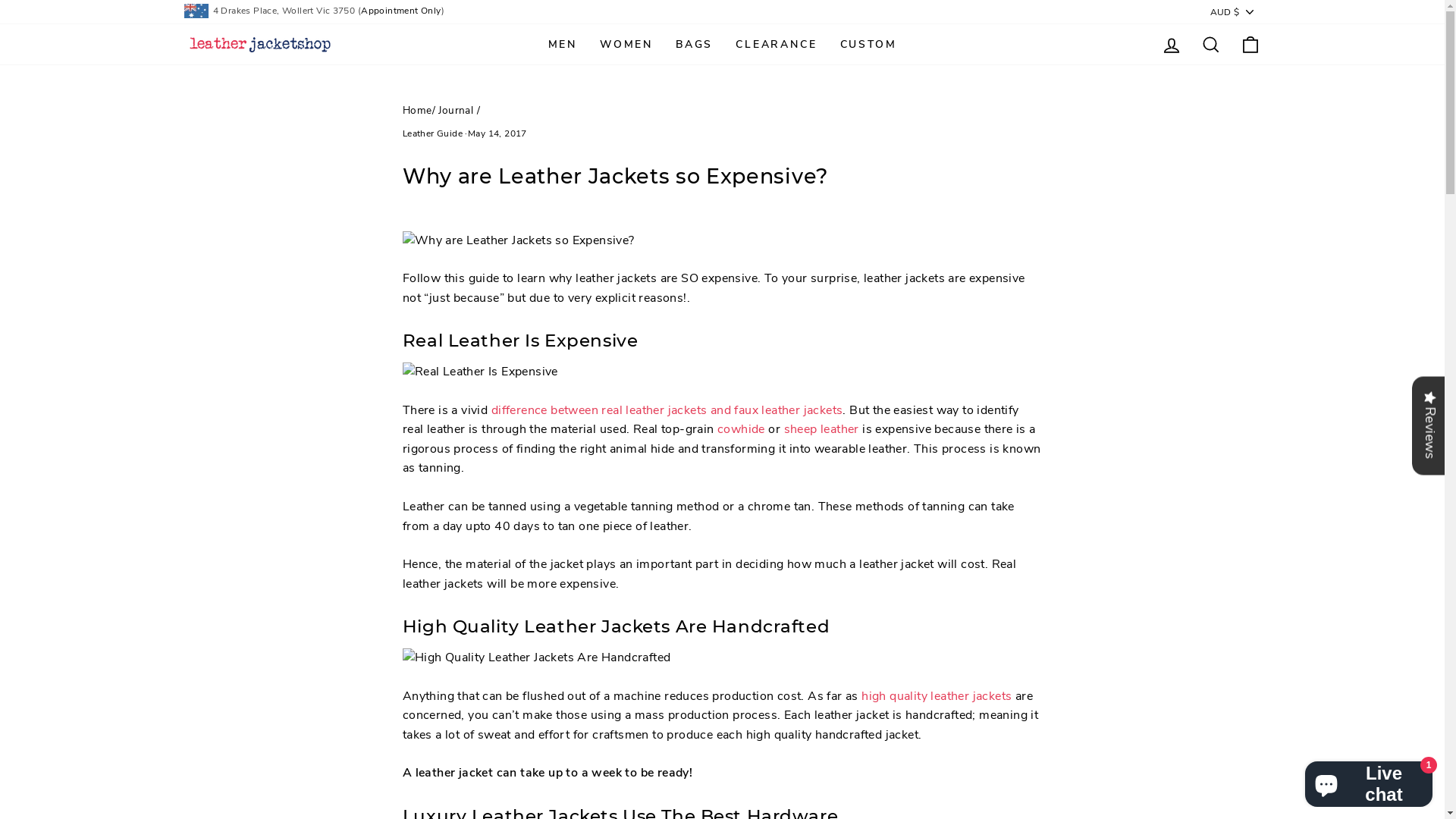 The width and height of the screenshot is (1456, 819). I want to click on 'Leather Guide', so click(431, 133).